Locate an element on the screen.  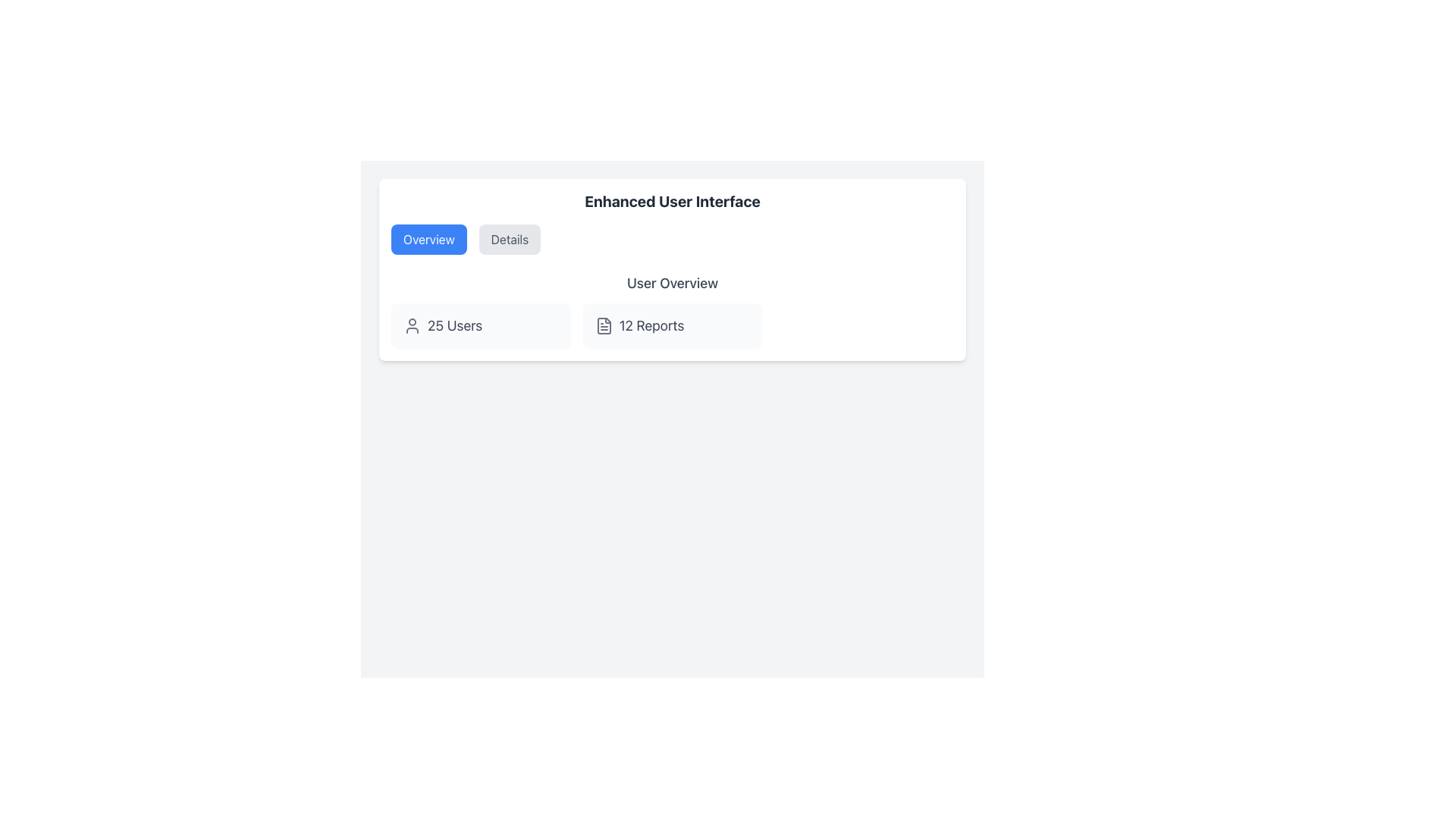
the '12 Reports' text label for navigation, which is styled with a larger gray font and located within a card in the 'User Overview' section is located at coordinates (651, 325).